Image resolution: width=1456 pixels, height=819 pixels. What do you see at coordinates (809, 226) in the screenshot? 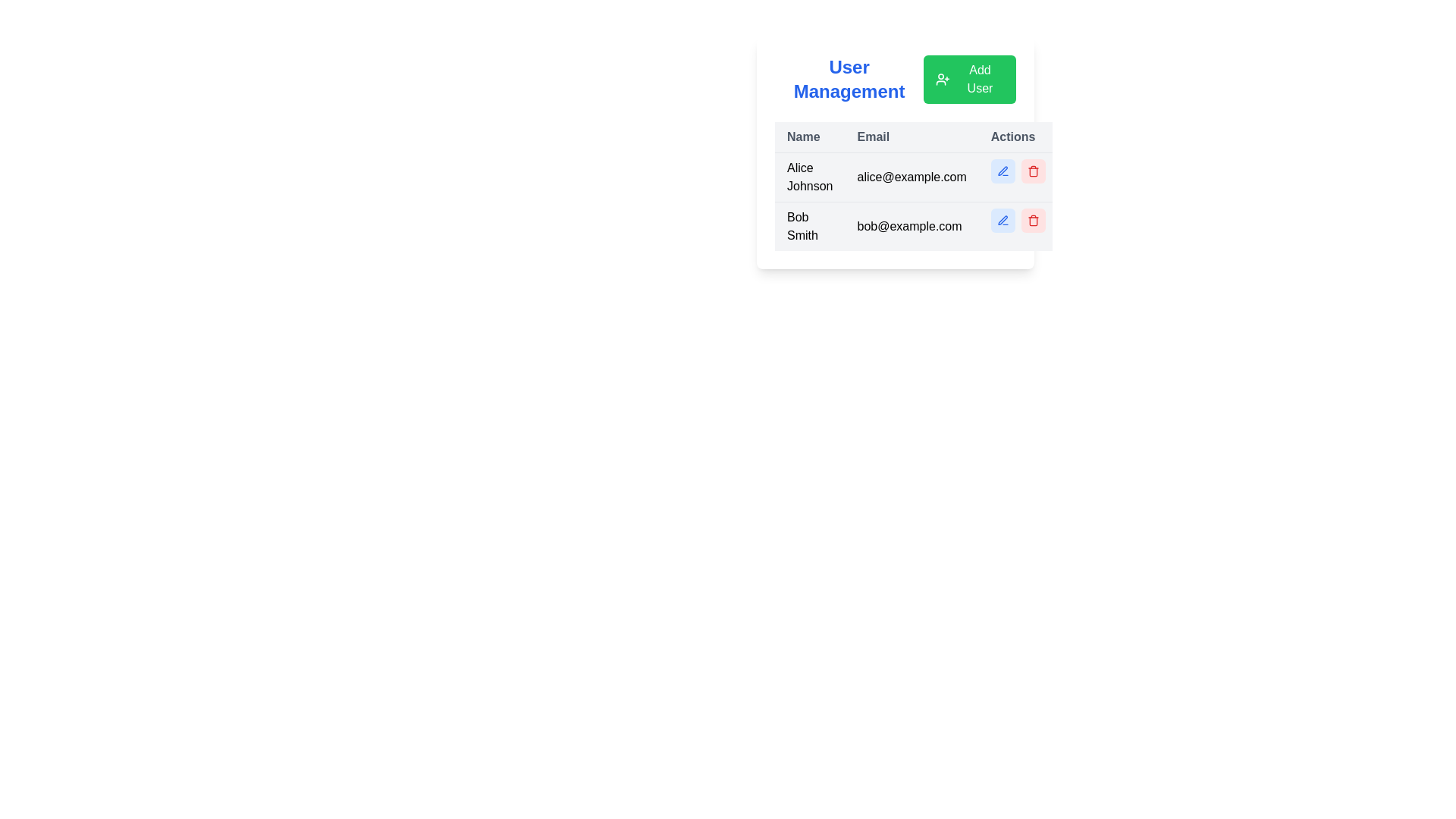
I see `text 'Bob Smith' from the first column of the second row in a structured table interface` at bounding box center [809, 226].